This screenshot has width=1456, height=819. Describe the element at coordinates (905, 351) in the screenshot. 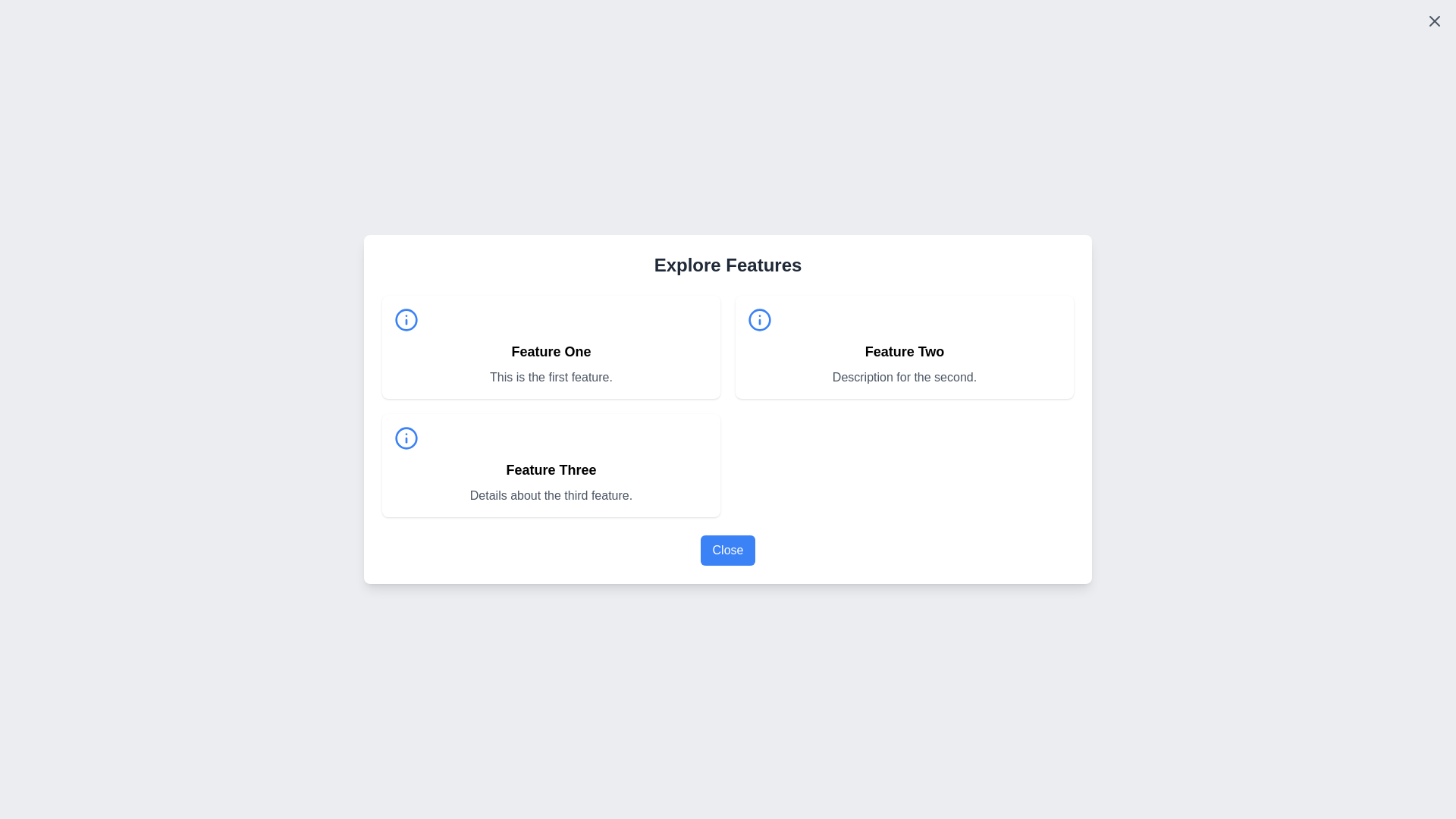

I see `the bold text label reading 'Feature Two' which is located centrally within the second feature card among a trio of horizontally aligned cards` at that location.